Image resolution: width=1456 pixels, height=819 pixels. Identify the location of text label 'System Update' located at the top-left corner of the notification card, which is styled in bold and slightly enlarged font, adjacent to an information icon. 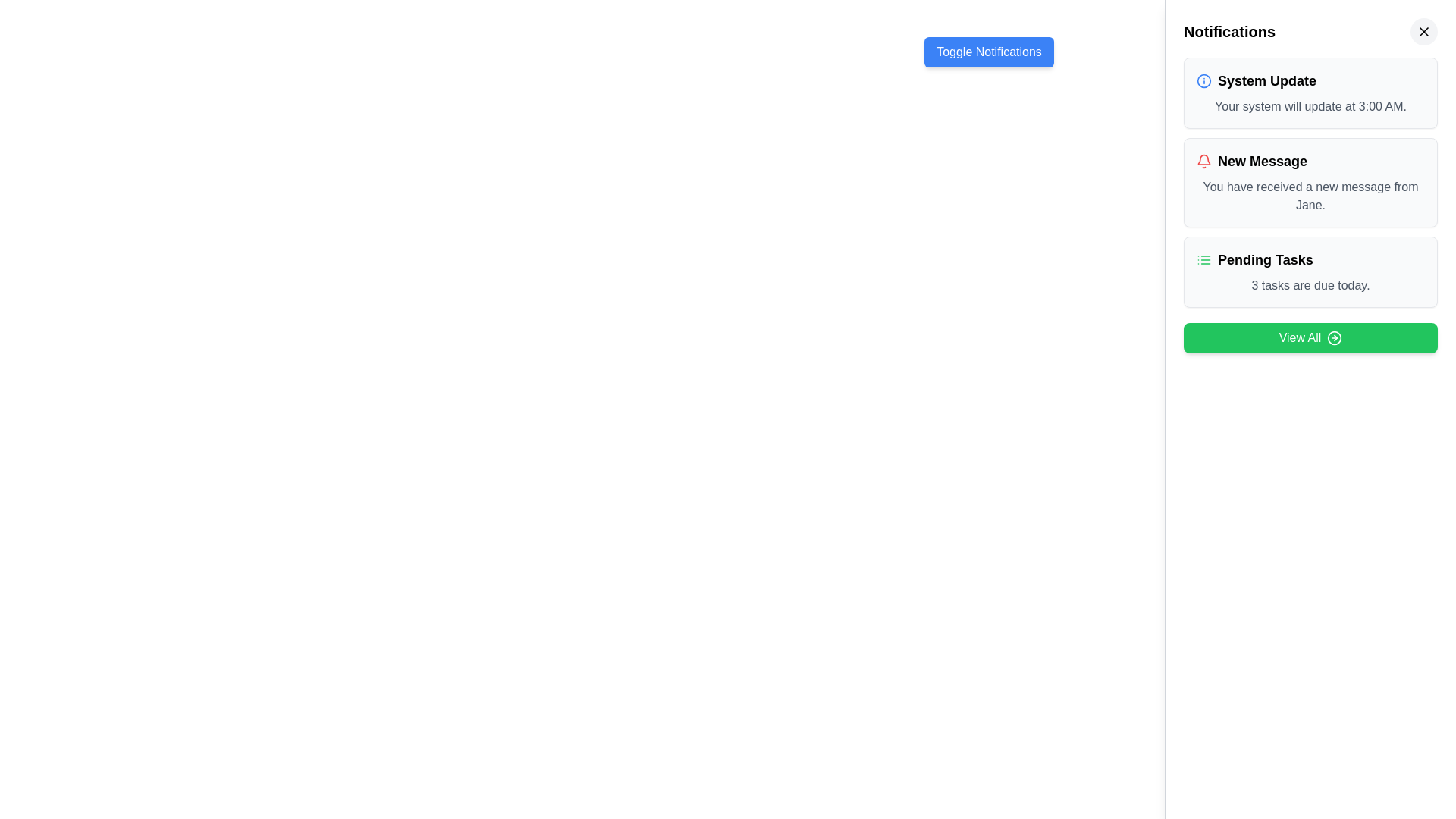
(1310, 81).